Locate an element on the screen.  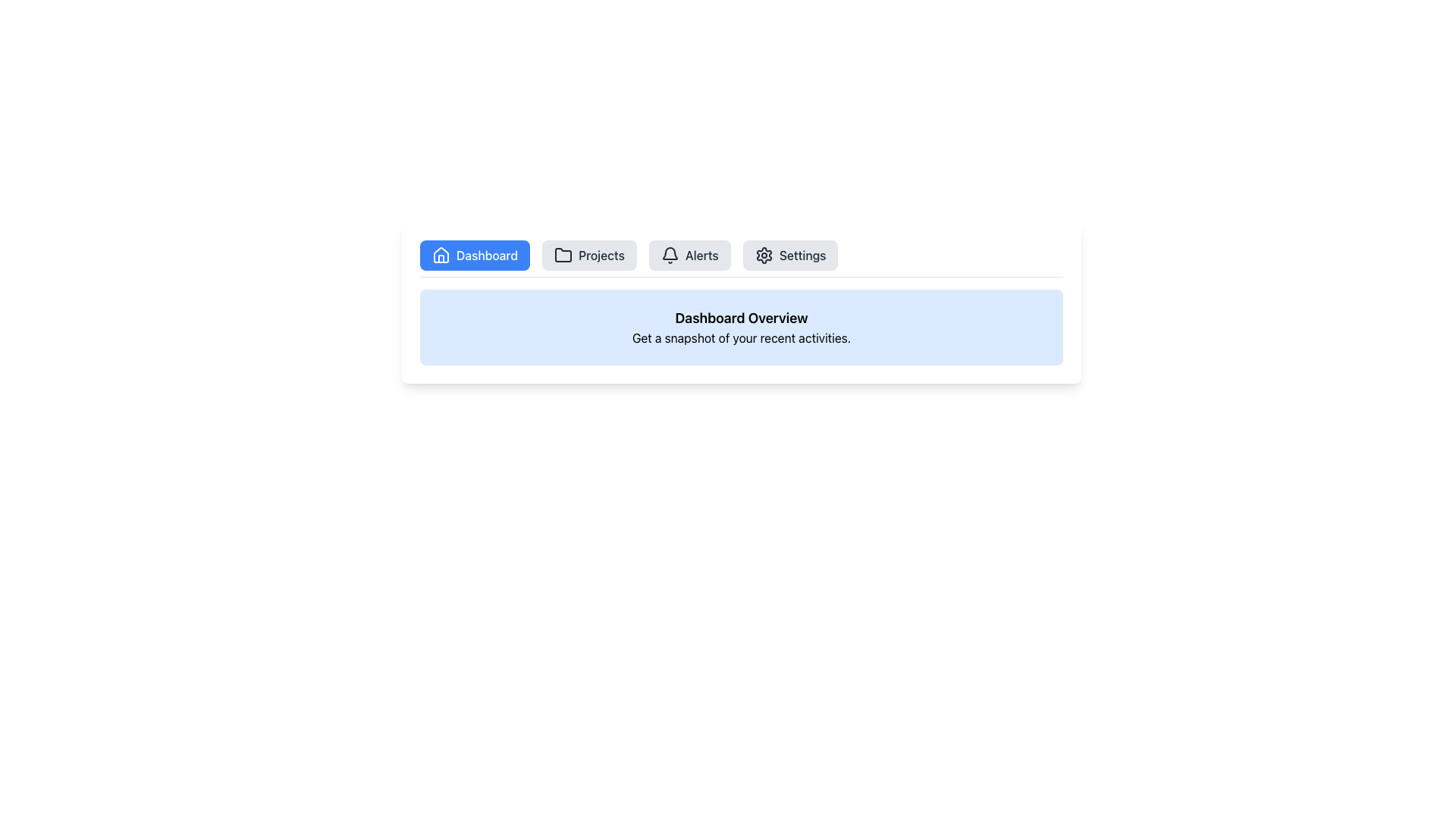
the 'Projects' button containing the folder icon is located at coordinates (563, 254).